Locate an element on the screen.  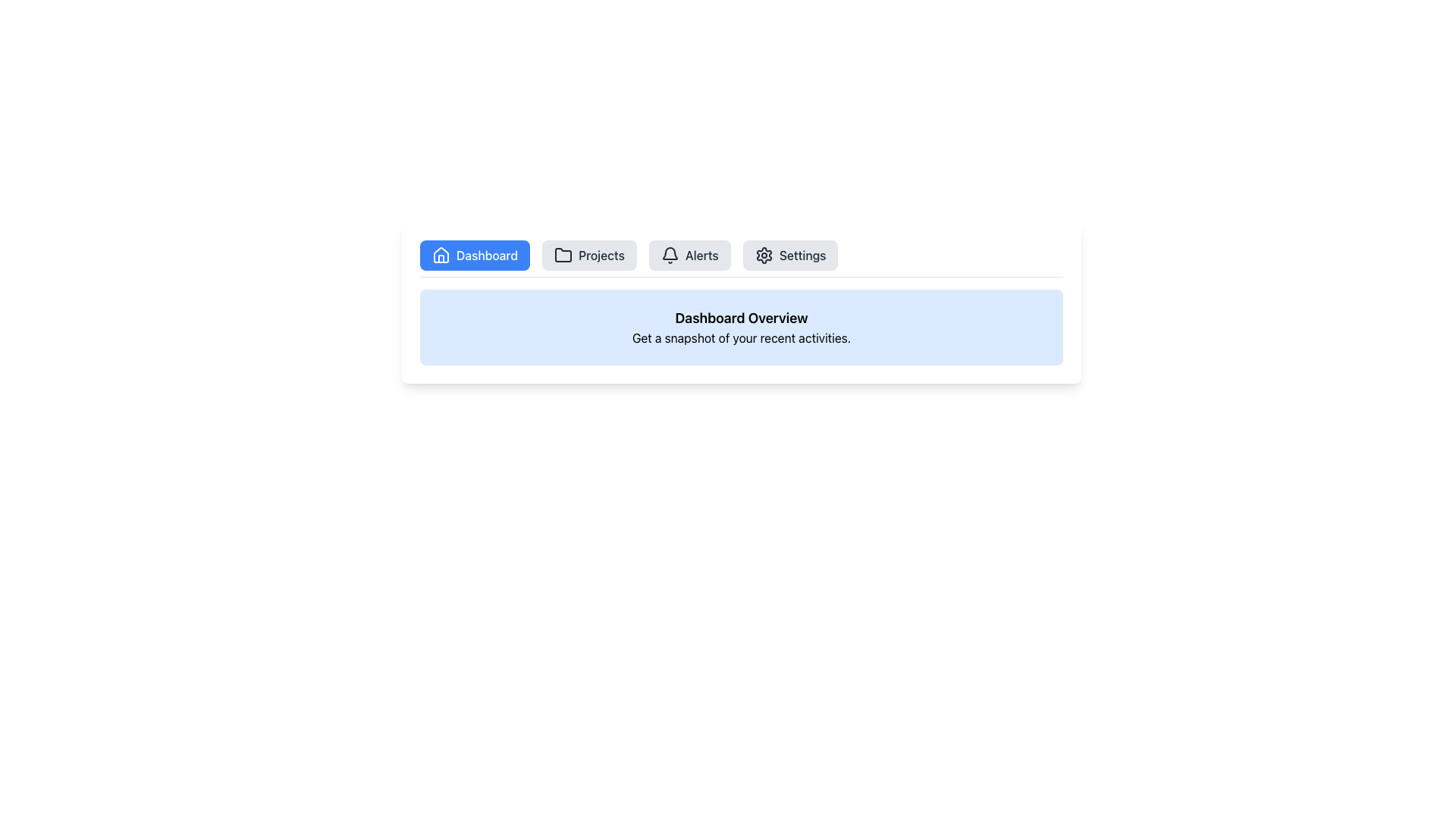
the 'Projects' button containing the folder icon is located at coordinates (563, 254).